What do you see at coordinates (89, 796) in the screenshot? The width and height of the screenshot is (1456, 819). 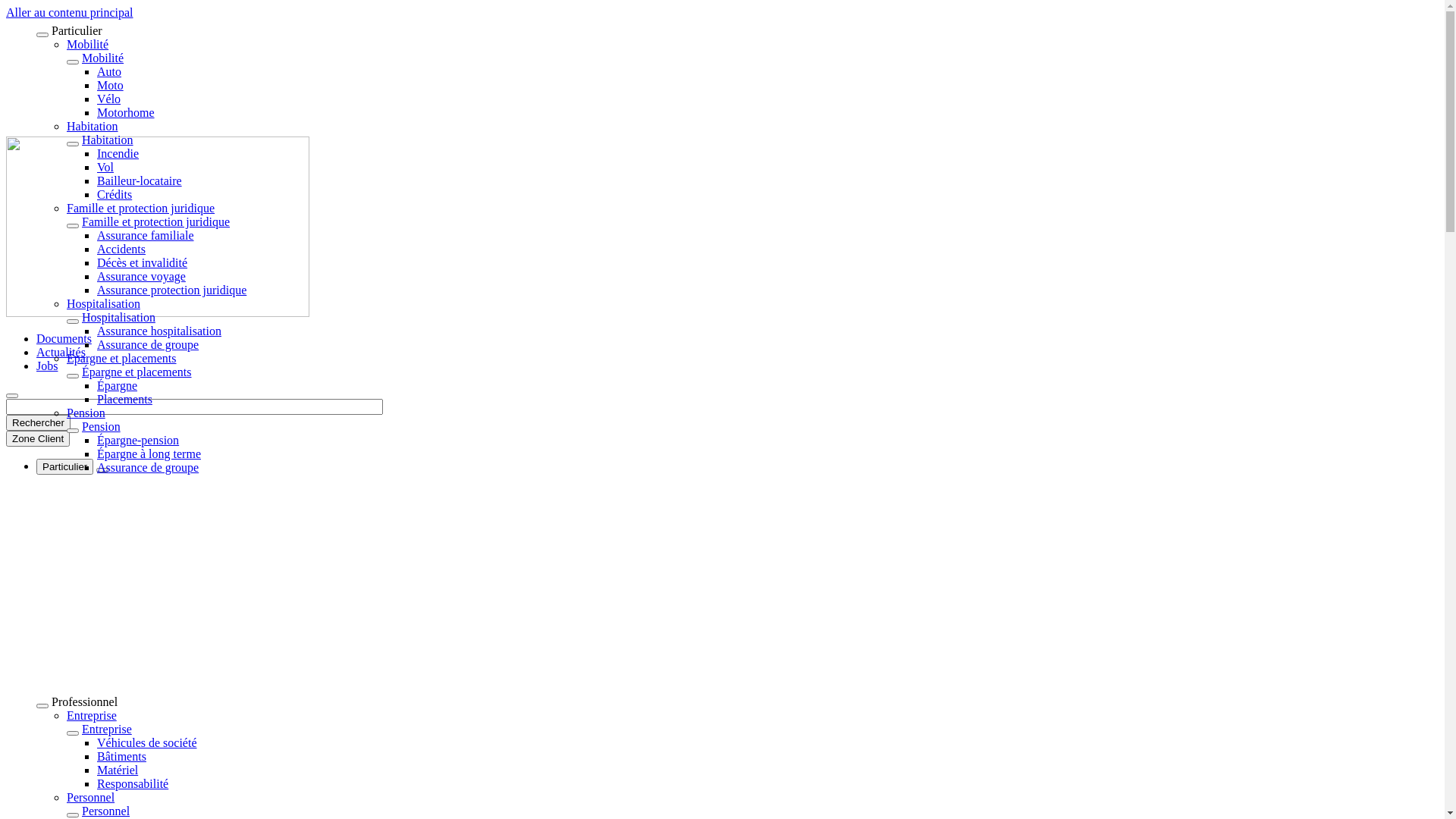 I see `'Personnel'` at bounding box center [89, 796].